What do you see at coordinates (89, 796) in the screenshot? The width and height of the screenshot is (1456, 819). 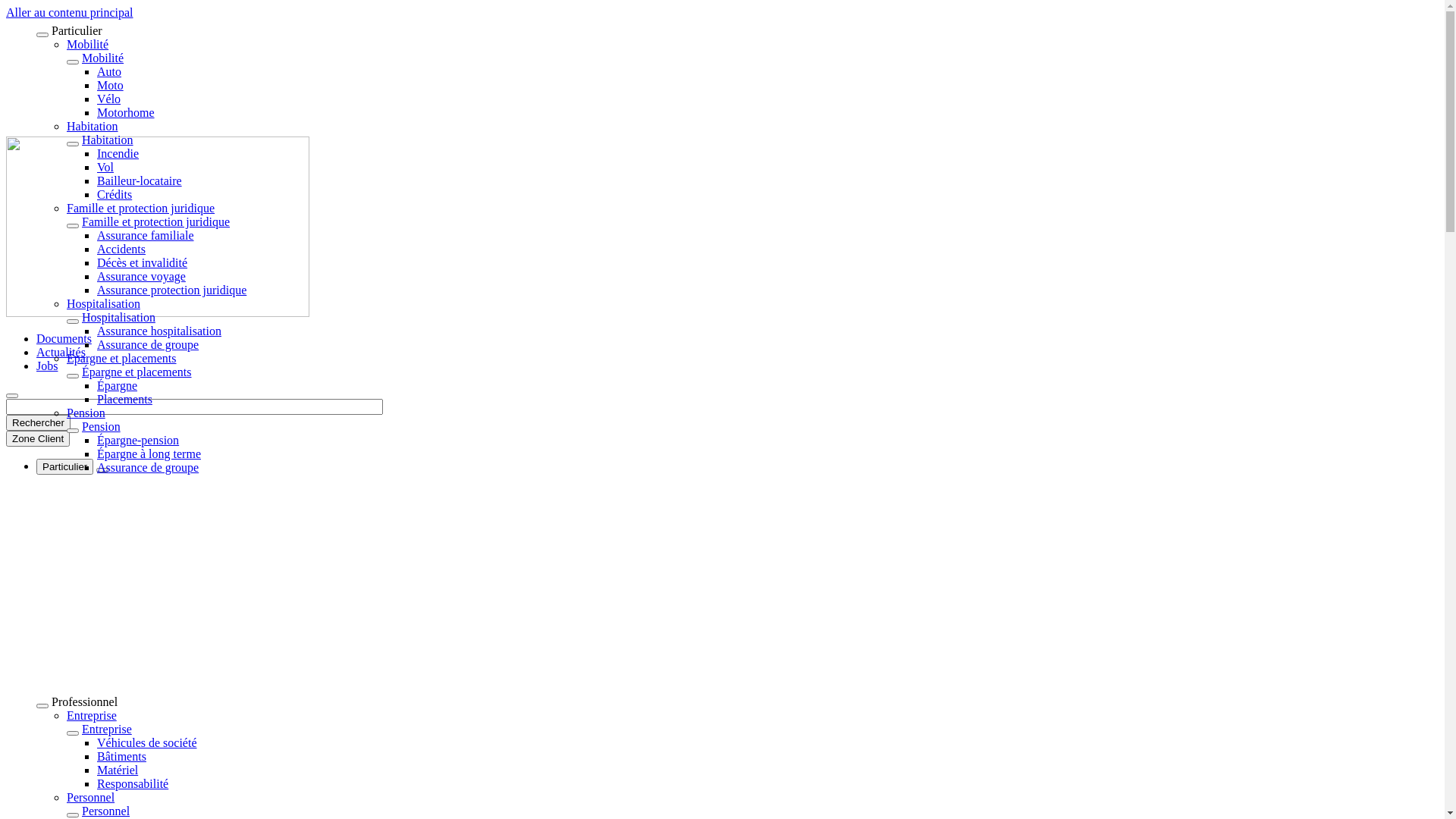 I see `'Personnel'` at bounding box center [89, 796].